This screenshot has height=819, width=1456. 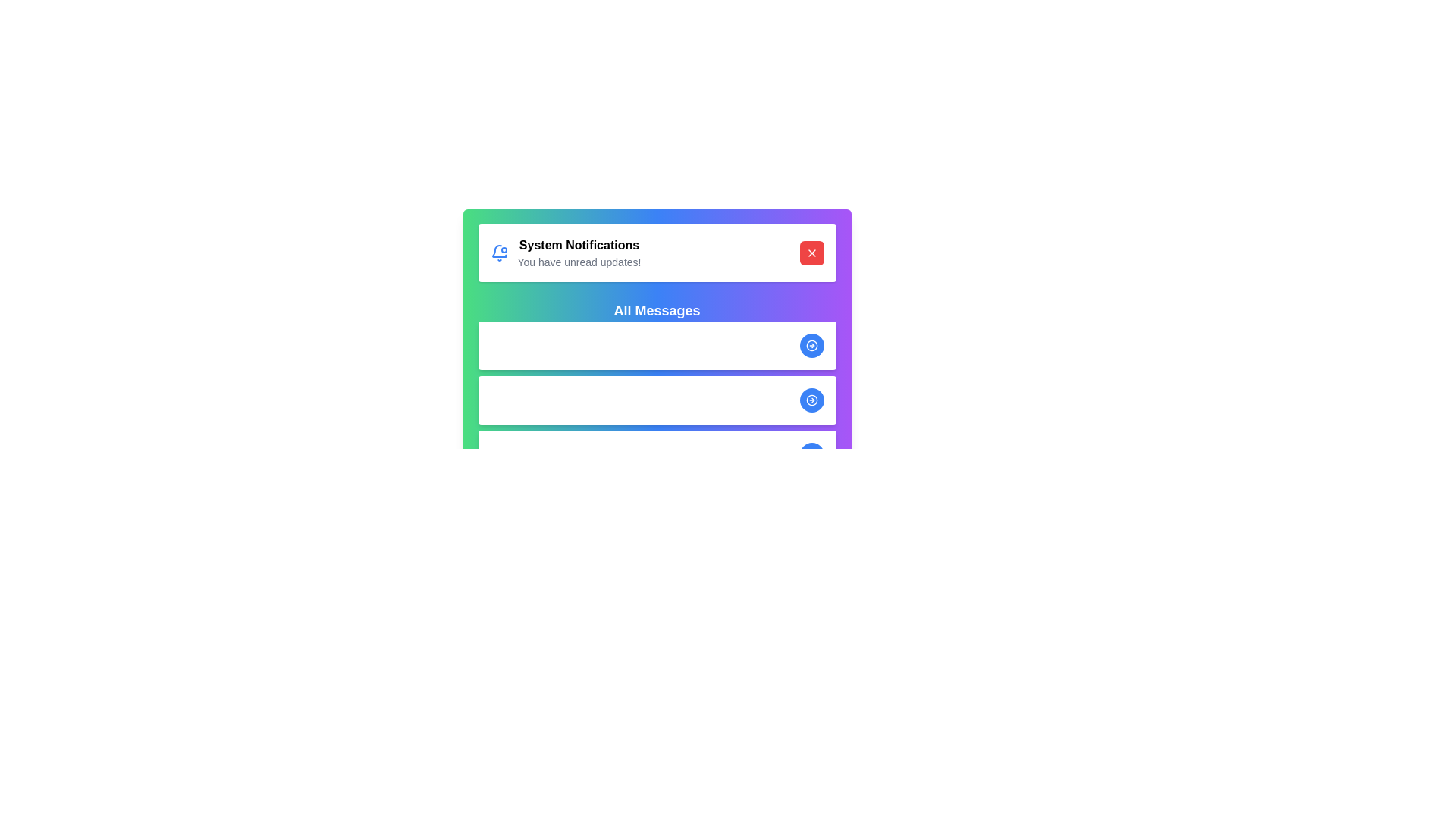 I want to click on the notification icon to interact with it, so click(x=499, y=253).